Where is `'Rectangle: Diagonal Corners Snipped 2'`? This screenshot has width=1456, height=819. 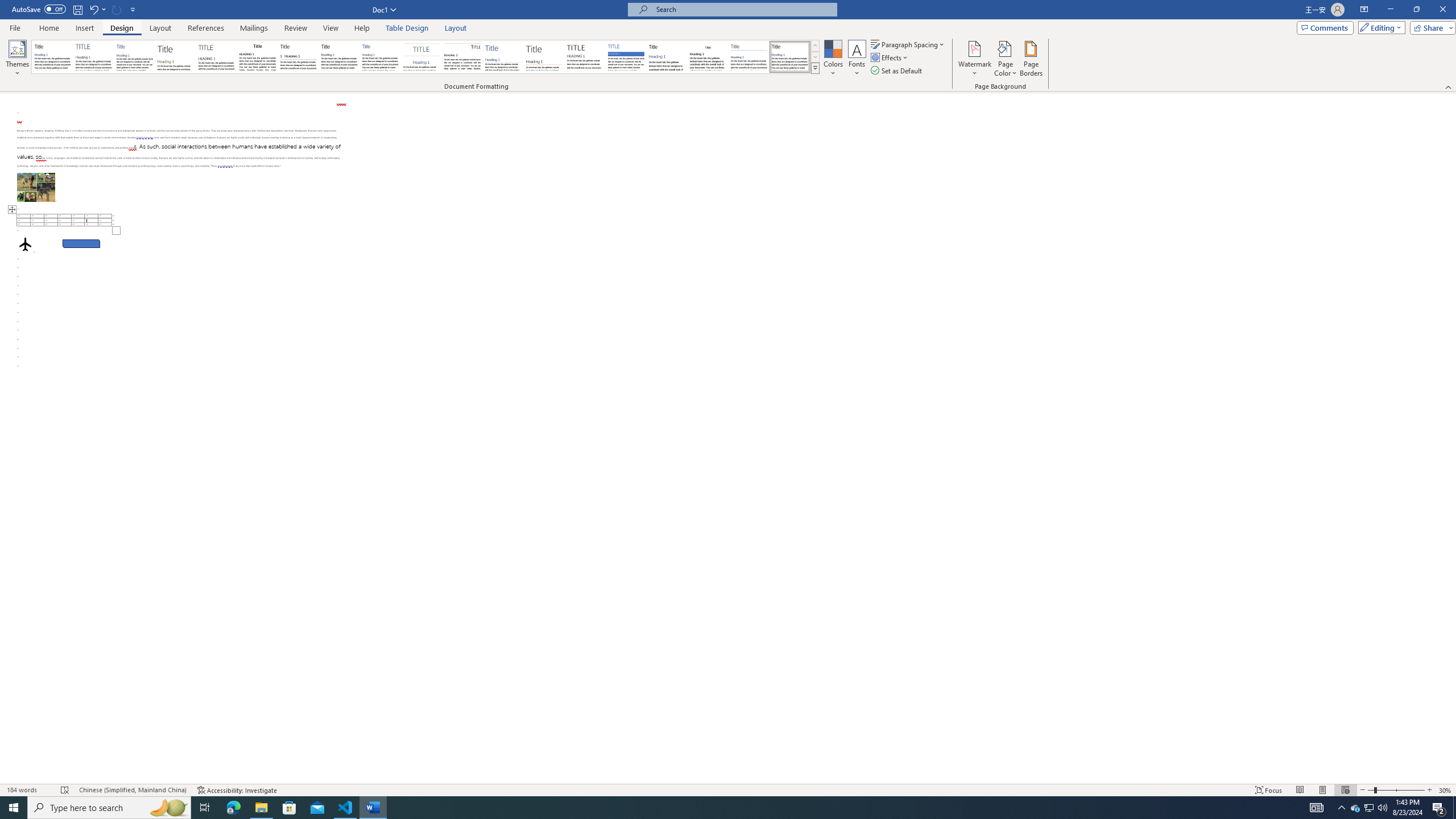
'Rectangle: Diagonal Corners Snipped 2' is located at coordinates (81, 243).